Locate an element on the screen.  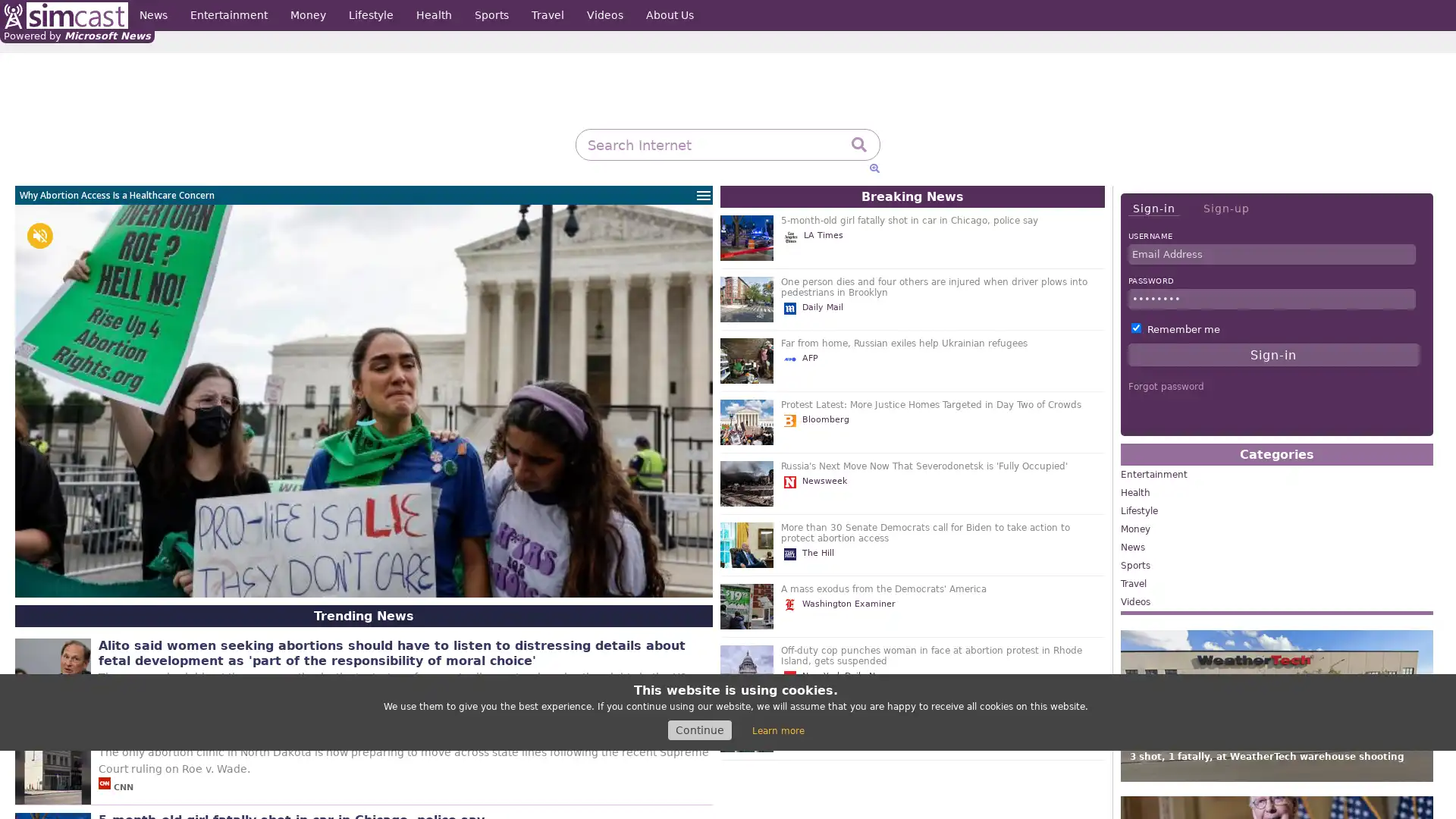
Sign-up is located at coordinates (1225, 208).